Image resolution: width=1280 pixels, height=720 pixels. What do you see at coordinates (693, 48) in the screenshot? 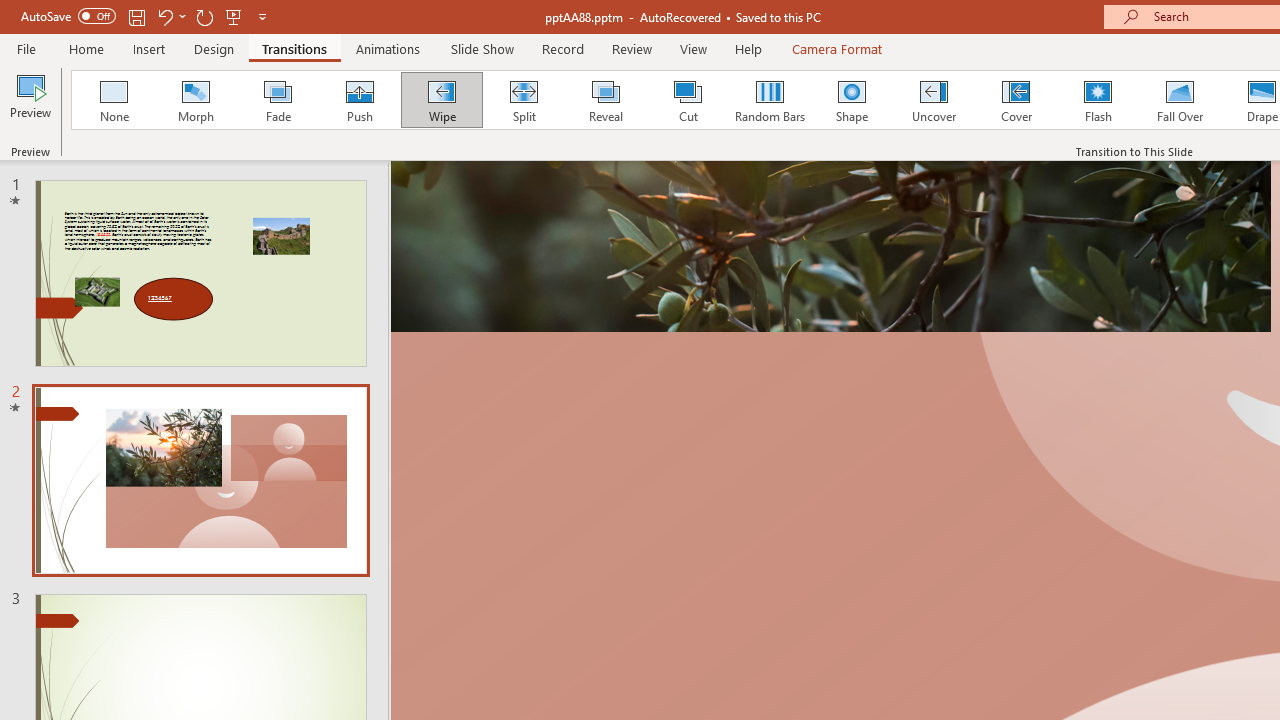
I see `'View'` at bounding box center [693, 48].